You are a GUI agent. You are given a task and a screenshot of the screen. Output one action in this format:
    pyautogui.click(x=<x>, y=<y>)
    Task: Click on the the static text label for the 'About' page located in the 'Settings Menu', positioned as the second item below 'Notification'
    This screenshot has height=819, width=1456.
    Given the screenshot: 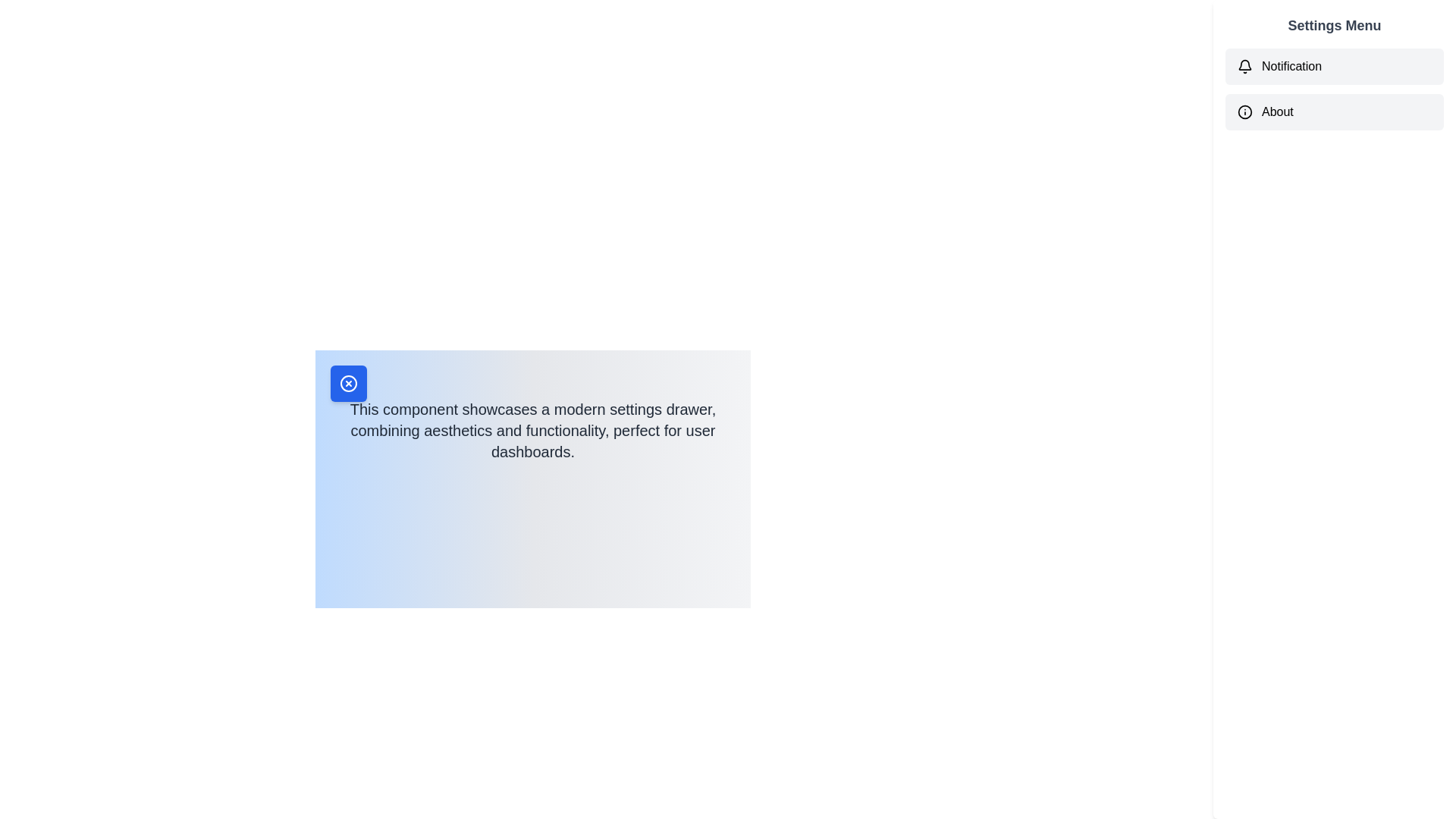 What is the action you would take?
    pyautogui.click(x=1276, y=111)
    